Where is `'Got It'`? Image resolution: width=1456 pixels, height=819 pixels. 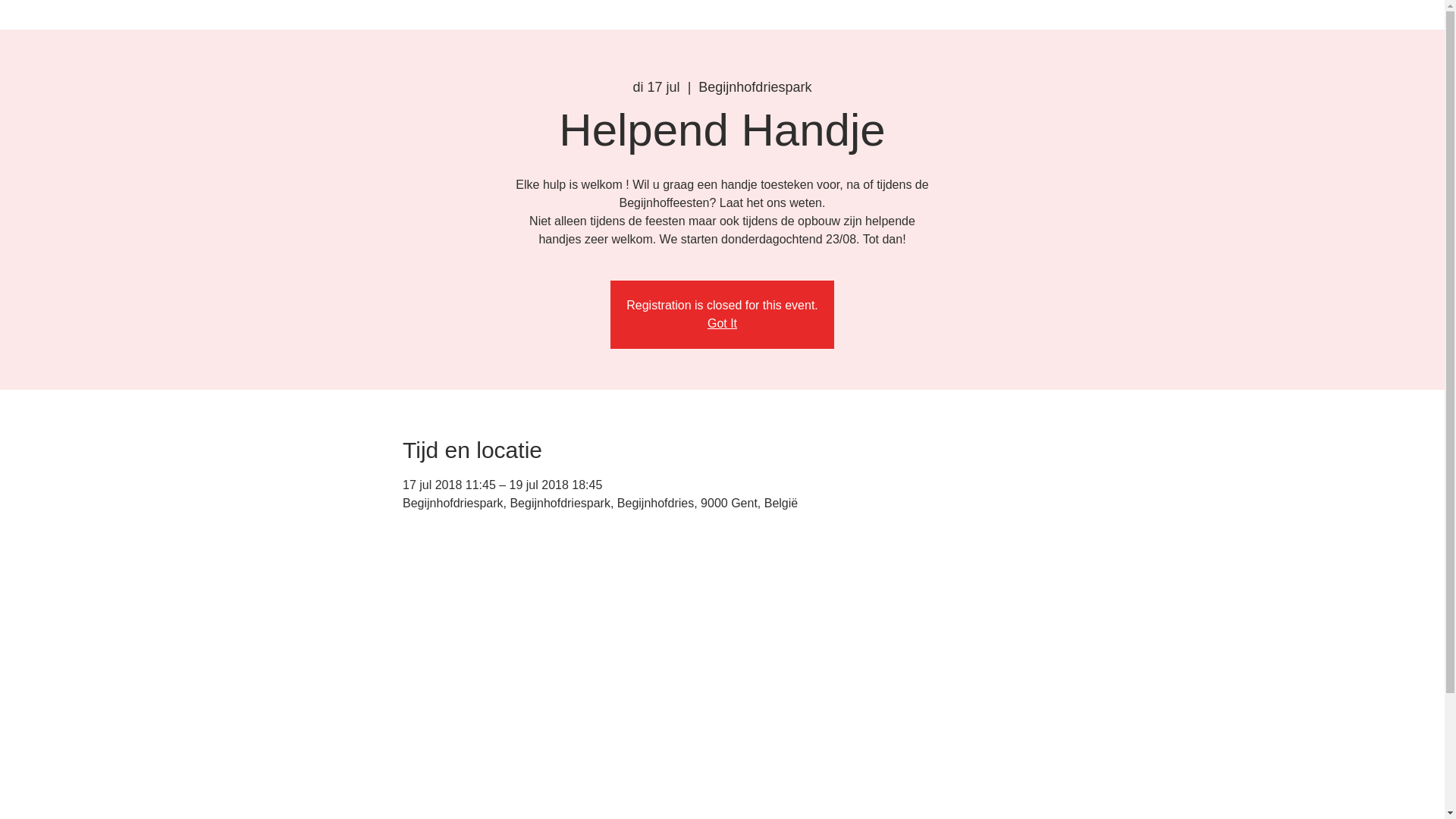 'Got It' is located at coordinates (706, 322).